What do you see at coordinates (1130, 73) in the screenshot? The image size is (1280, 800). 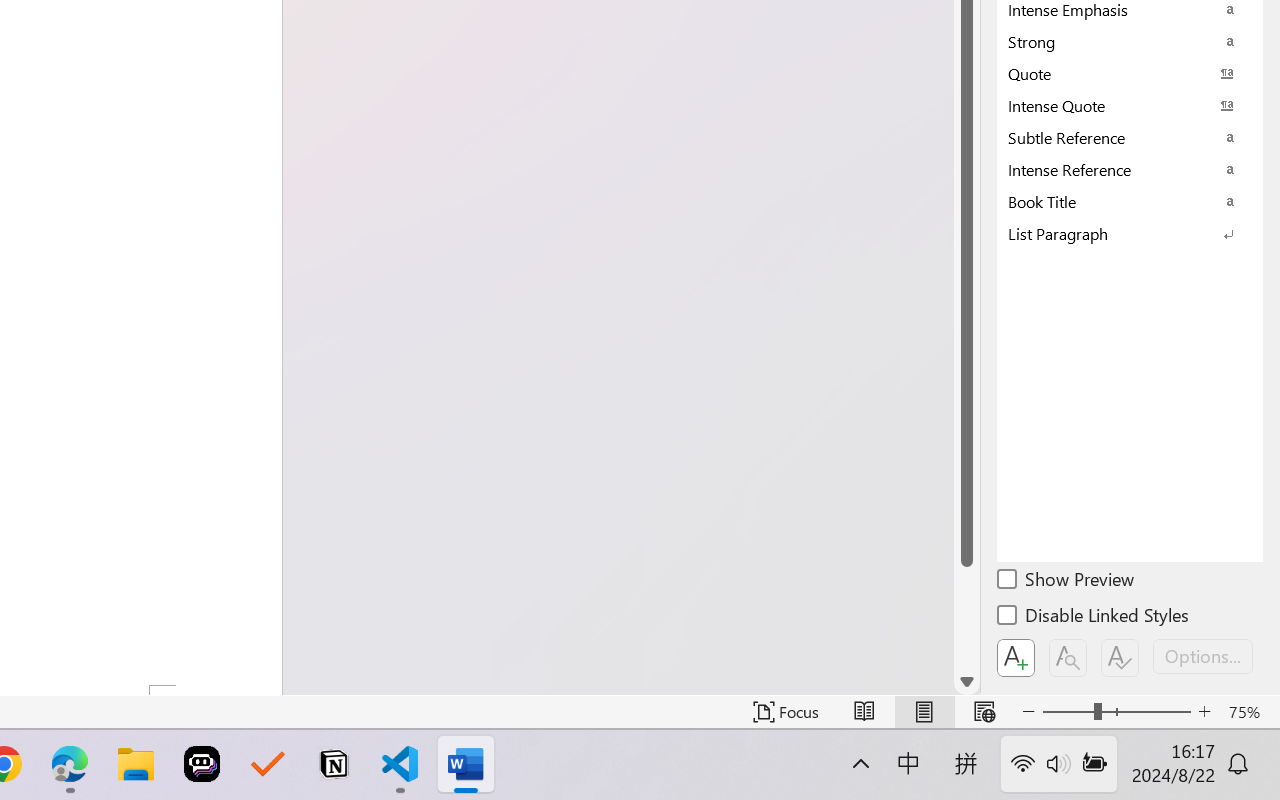 I see `'Quote'` at bounding box center [1130, 73].